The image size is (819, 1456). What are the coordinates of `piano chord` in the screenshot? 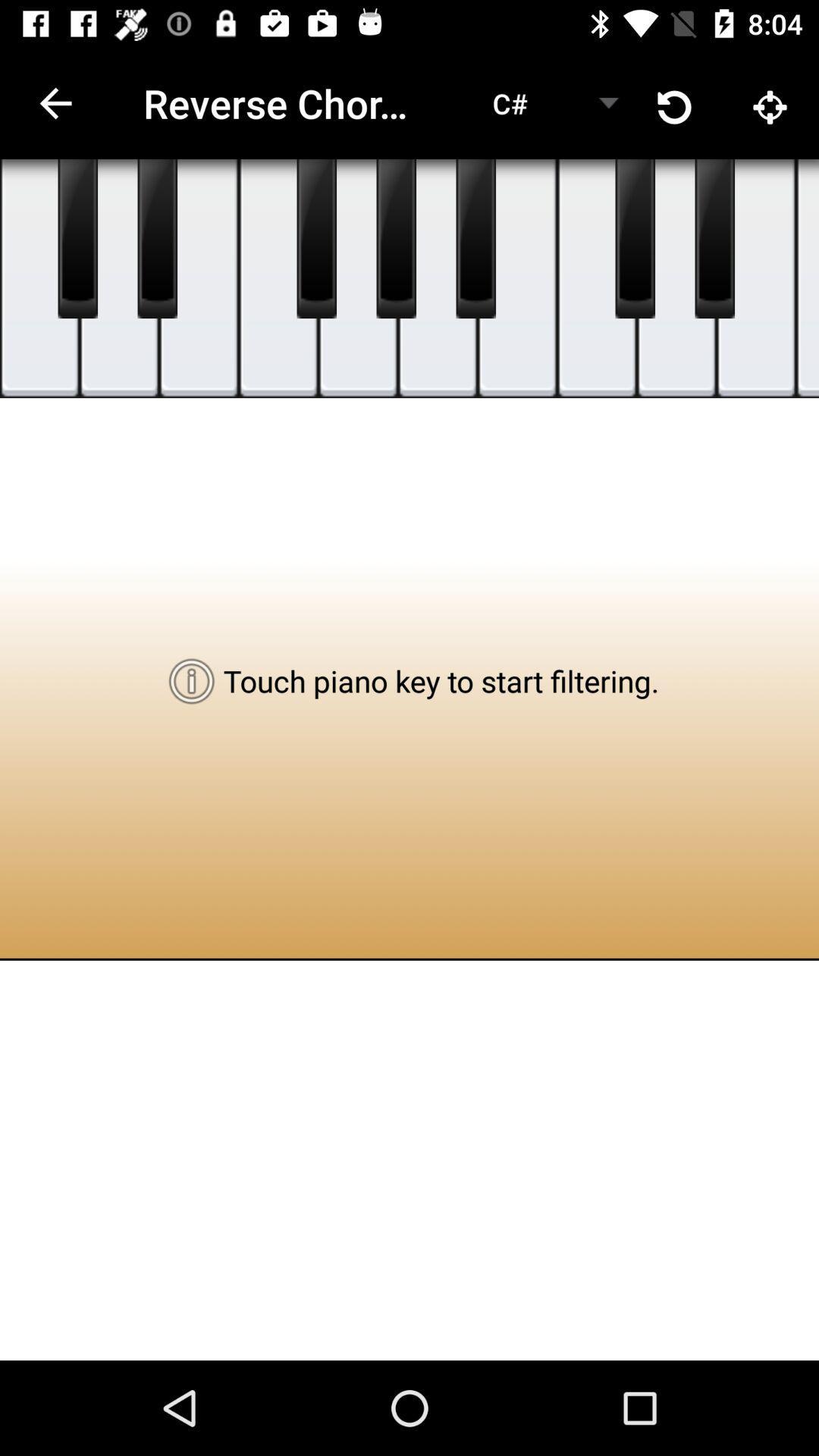 It's located at (118, 278).